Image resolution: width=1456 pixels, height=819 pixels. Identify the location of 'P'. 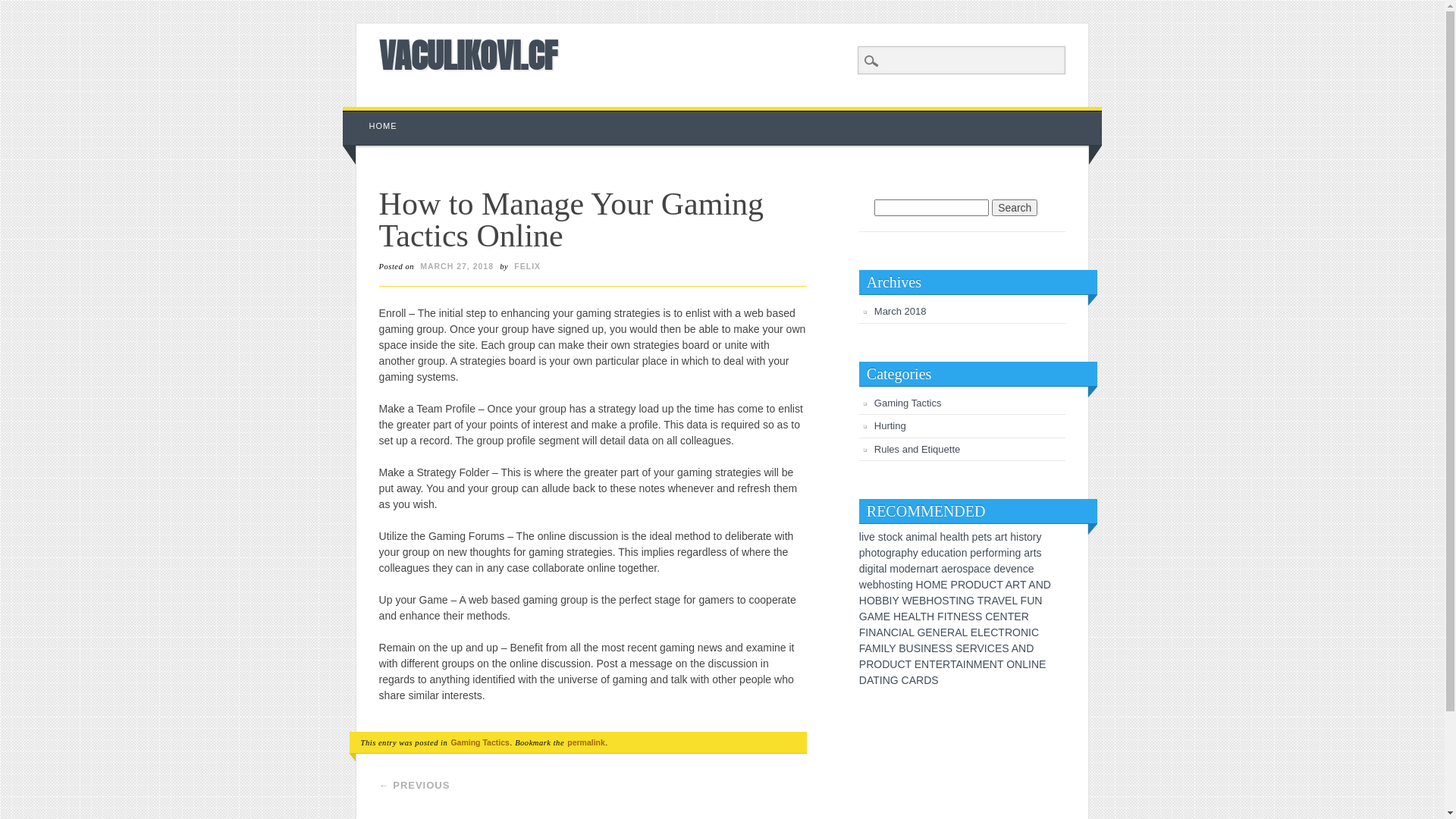
(953, 584).